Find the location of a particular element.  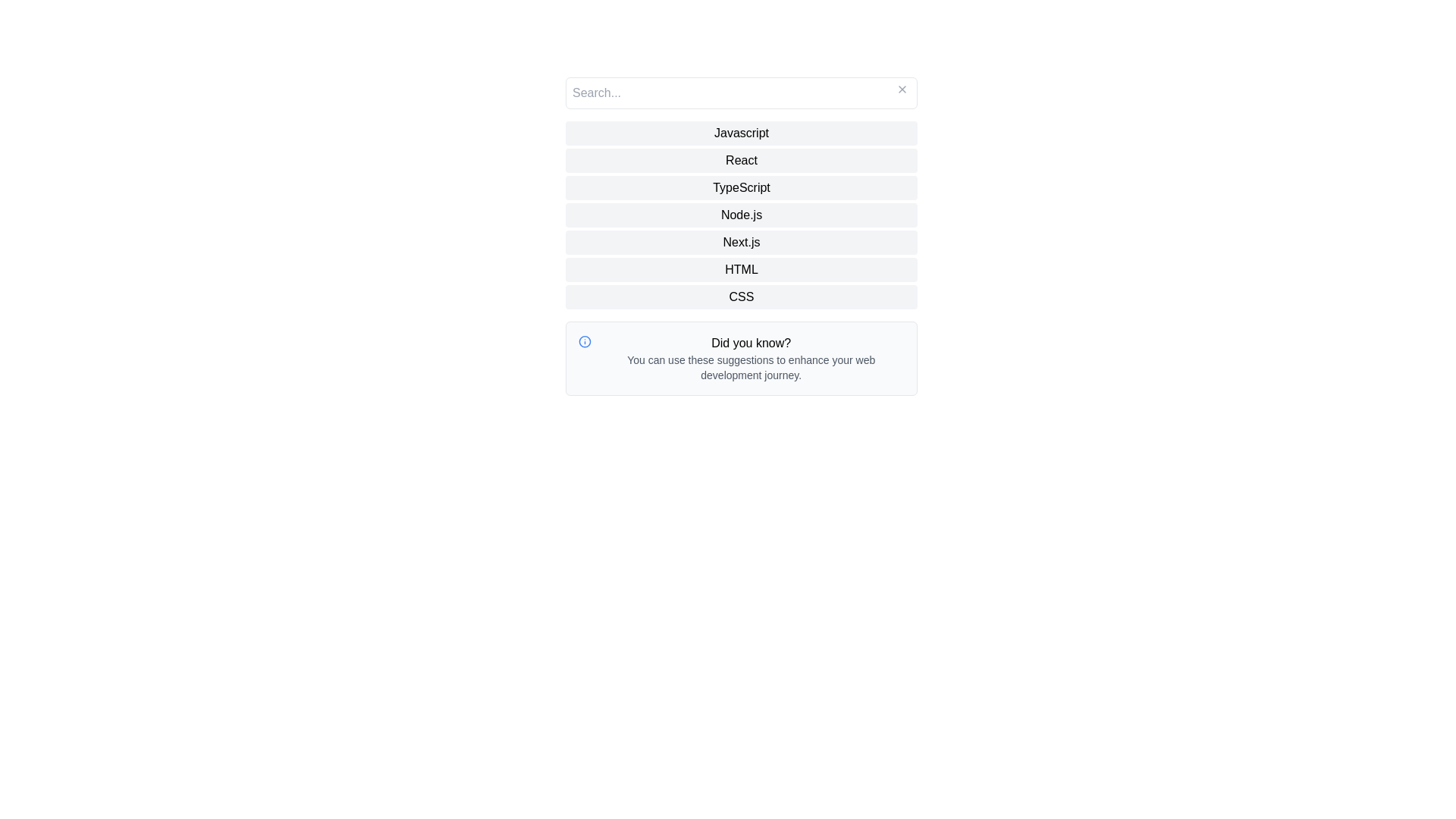

header text that serves as an introductory title, located above the text 'You can use these suggestions to enhance your web development journey.' is located at coordinates (751, 343).